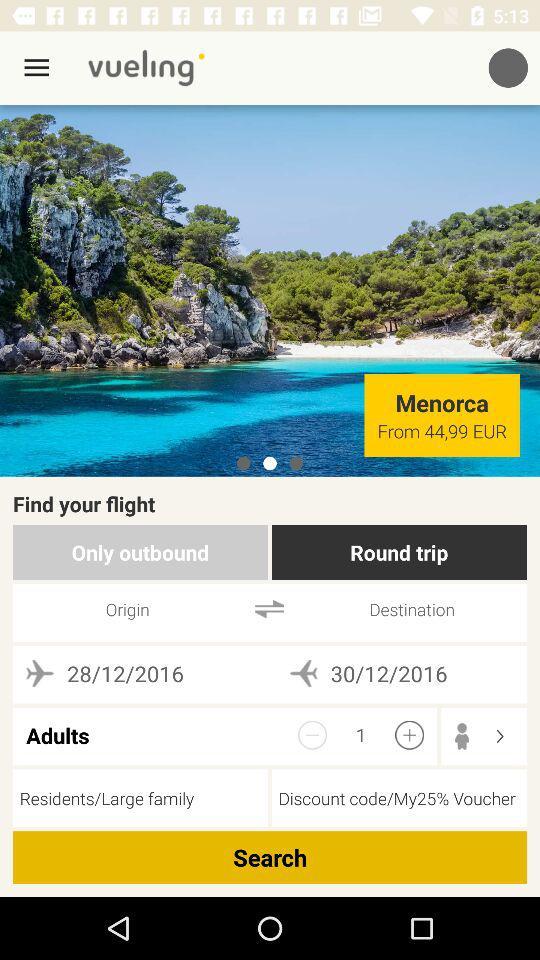 This screenshot has width=540, height=960. What do you see at coordinates (139, 552) in the screenshot?
I see `only outbound icon` at bounding box center [139, 552].